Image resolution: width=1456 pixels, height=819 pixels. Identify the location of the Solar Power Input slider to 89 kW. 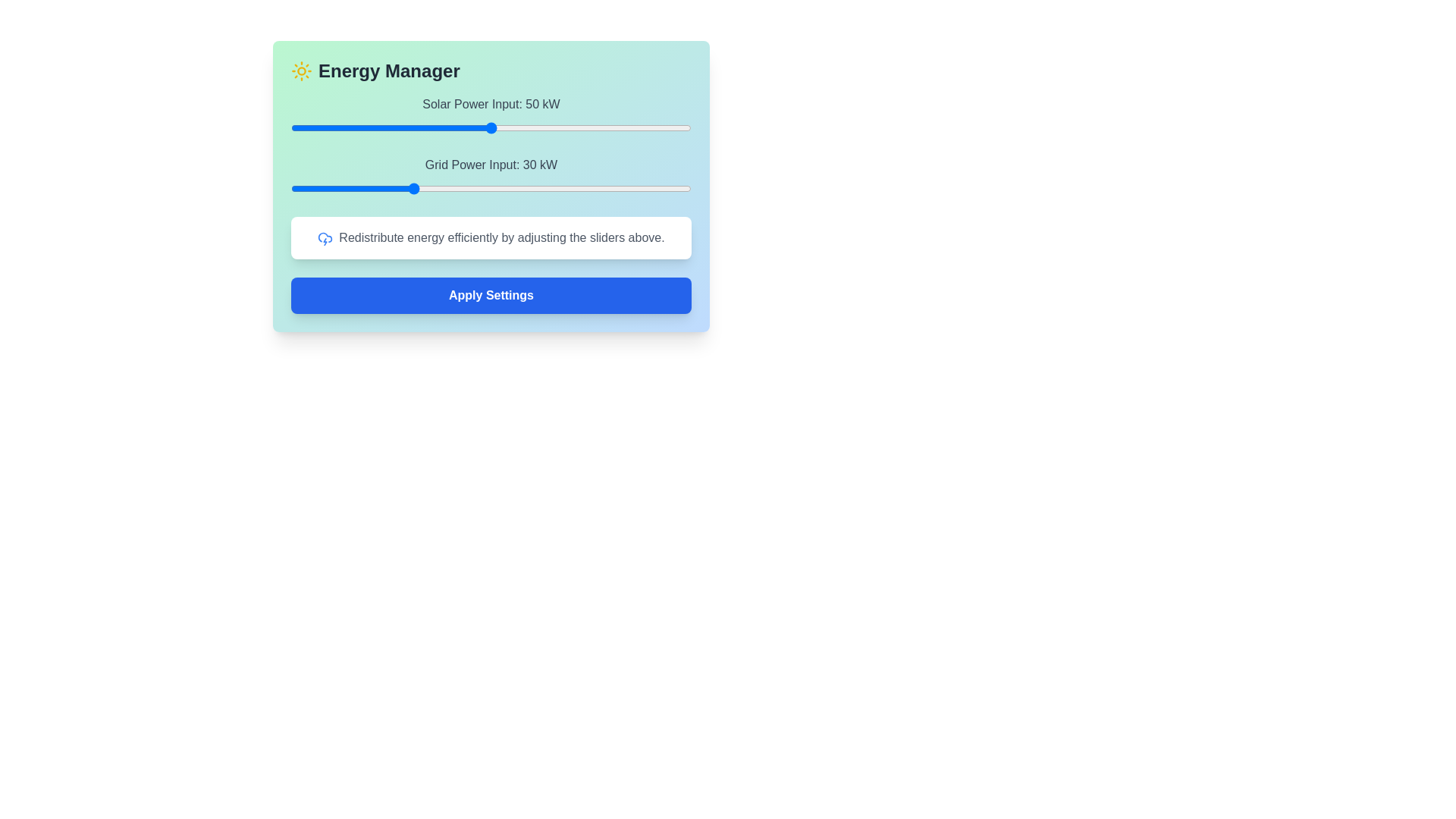
(647, 127).